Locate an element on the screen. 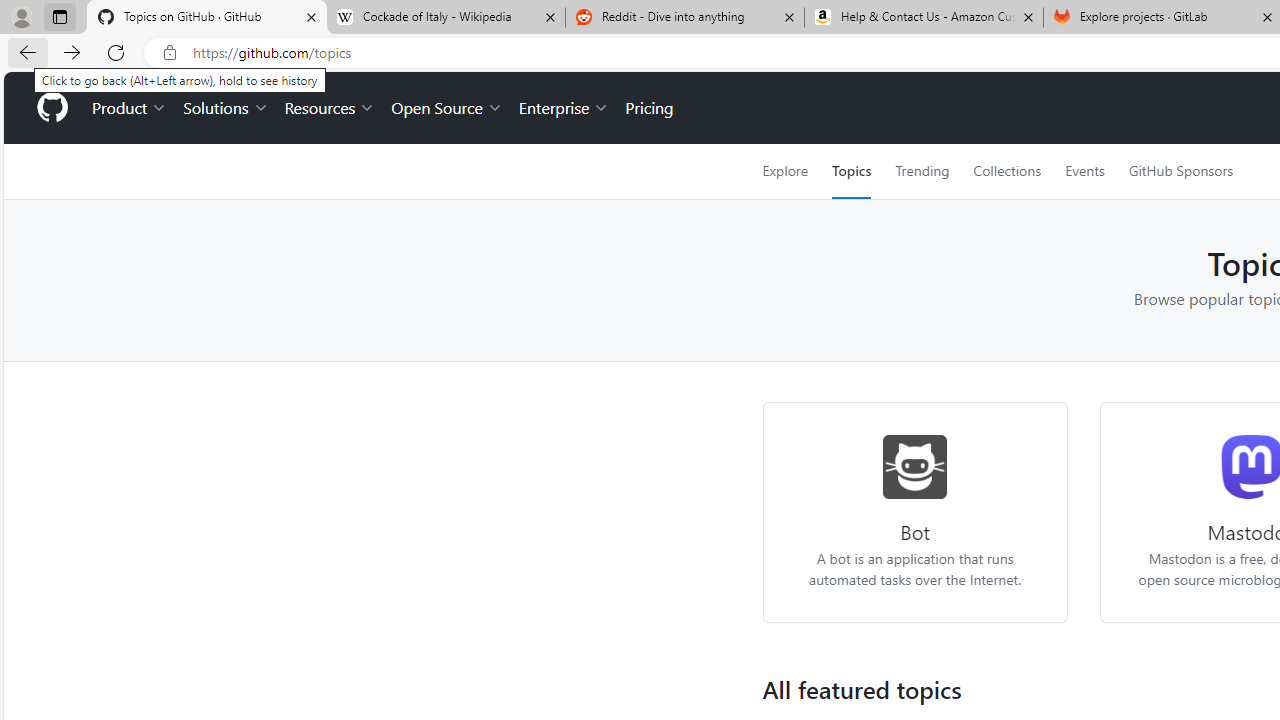 The height and width of the screenshot is (720, 1280). 'Cockade of Italy - Wikipedia' is located at coordinates (444, 17).